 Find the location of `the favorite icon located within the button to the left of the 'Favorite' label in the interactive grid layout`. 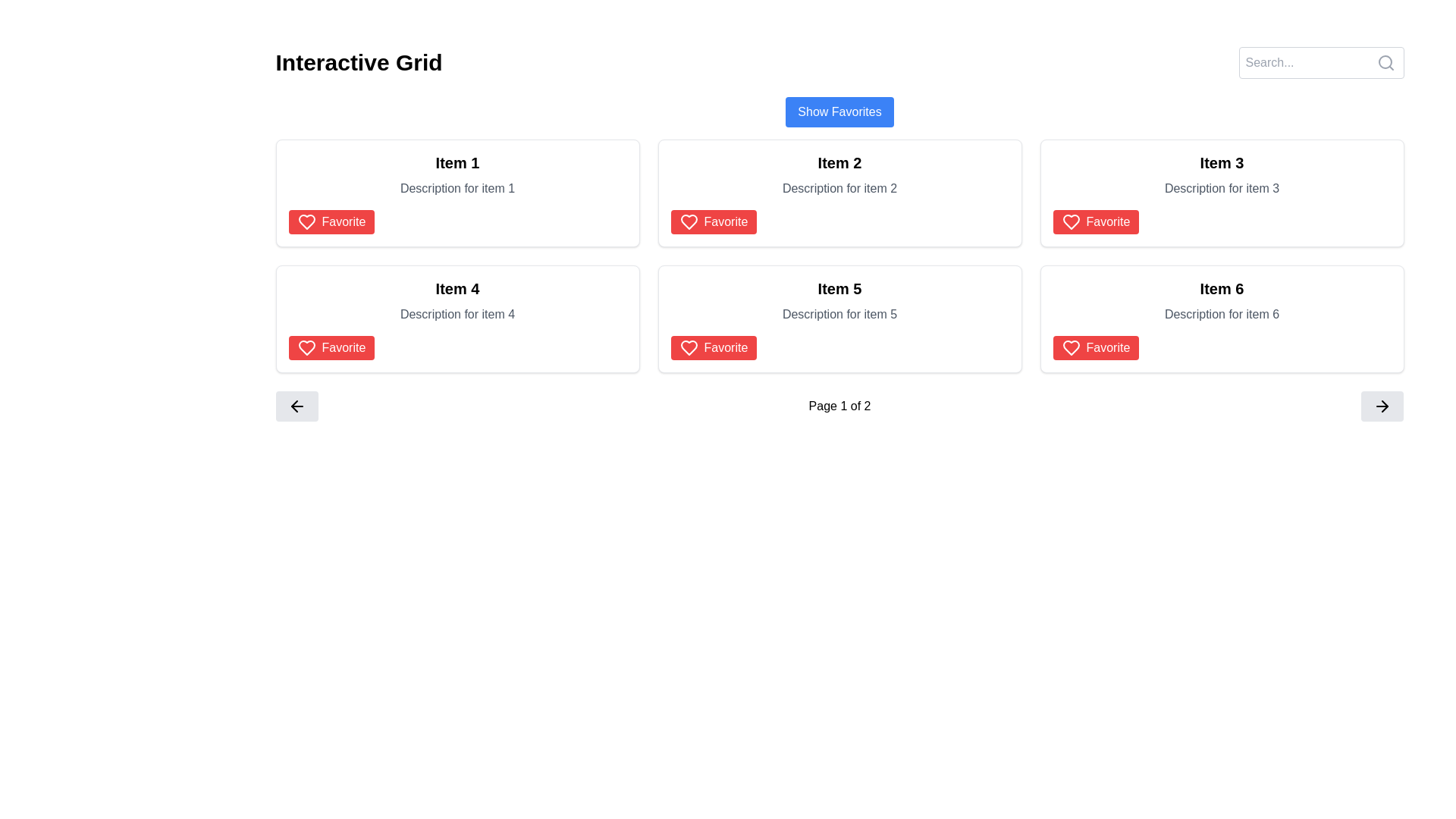

the favorite icon located within the button to the left of the 'Favorite' label in the interactive grid layout is located at coordinates (1070, 222).